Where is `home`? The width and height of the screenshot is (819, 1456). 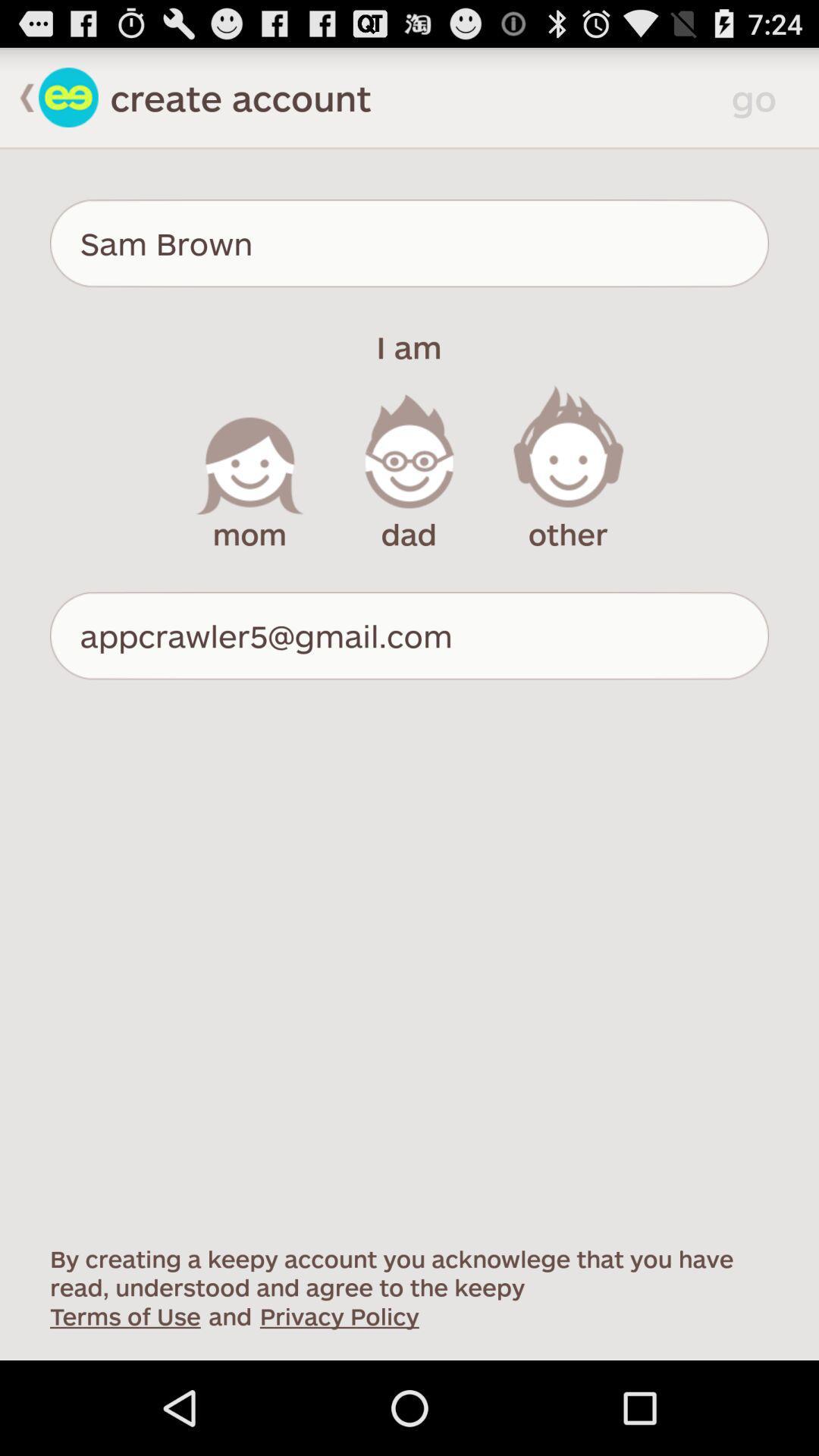 home is located at coordinates (68, 96).